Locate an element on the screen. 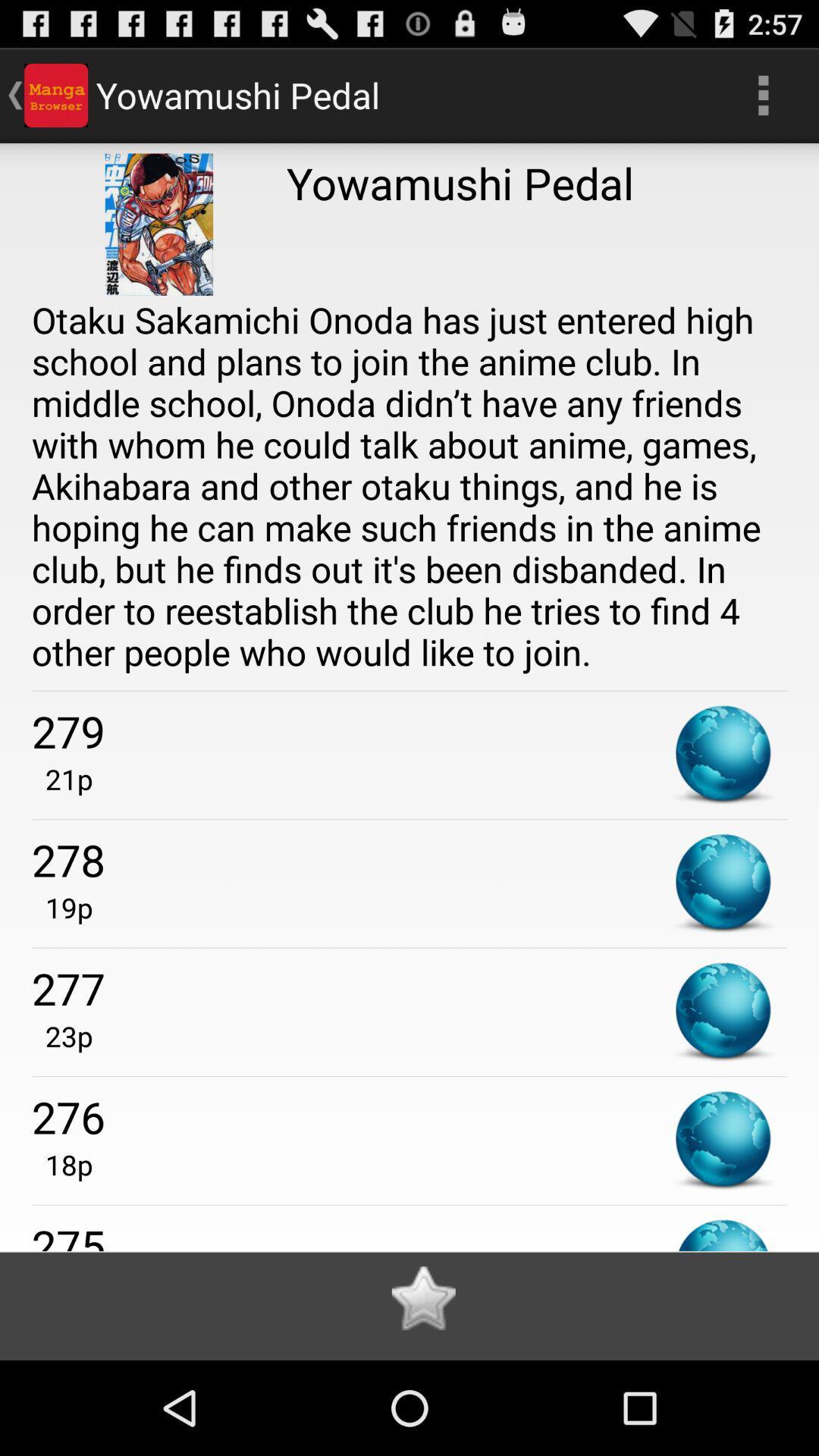 This screenshot has height=1456, width=819. the   23p app is located at coordinates (61, 1035).